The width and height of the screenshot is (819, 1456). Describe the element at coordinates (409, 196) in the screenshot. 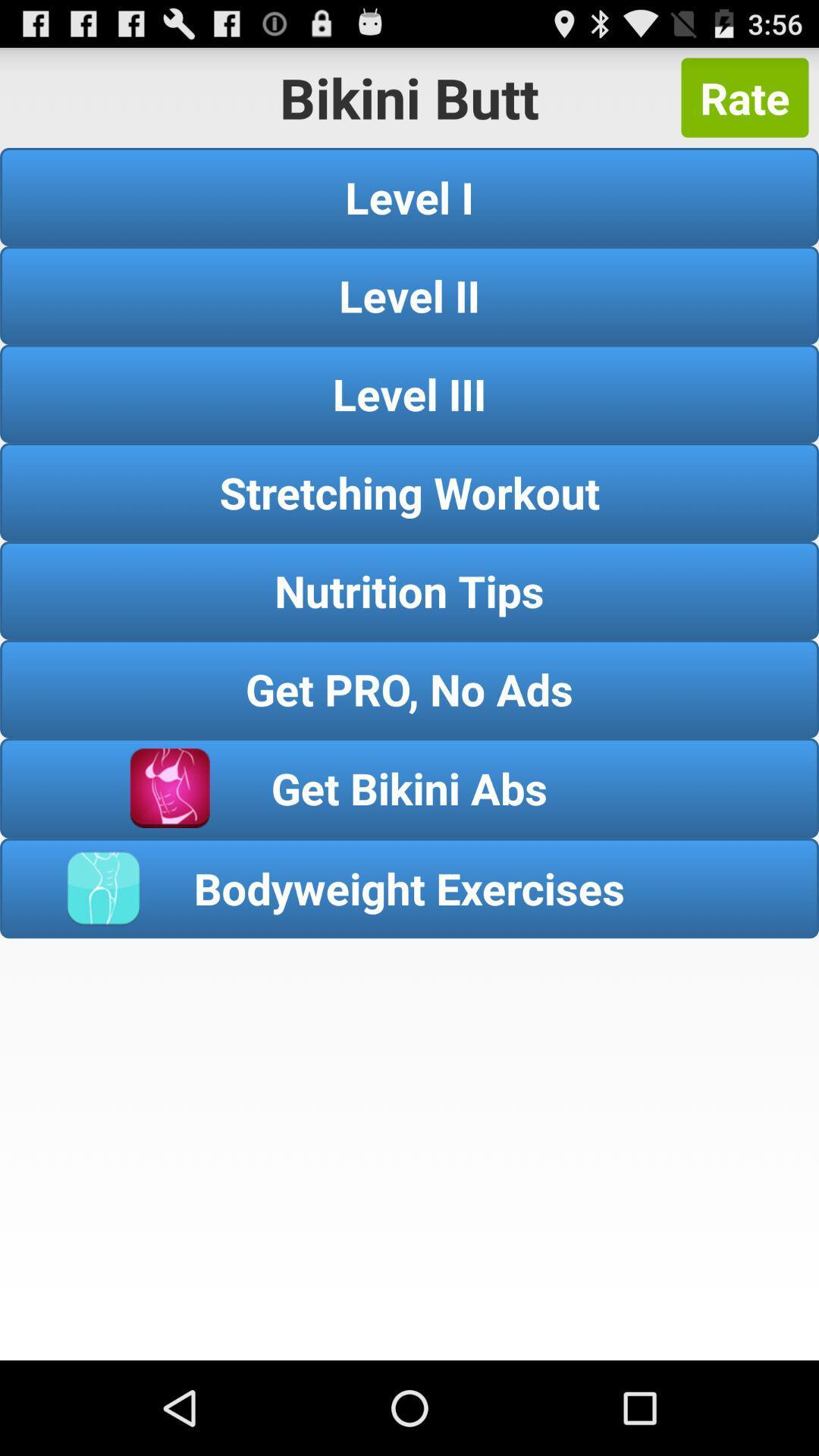

I see `item below rate icon` at that location.